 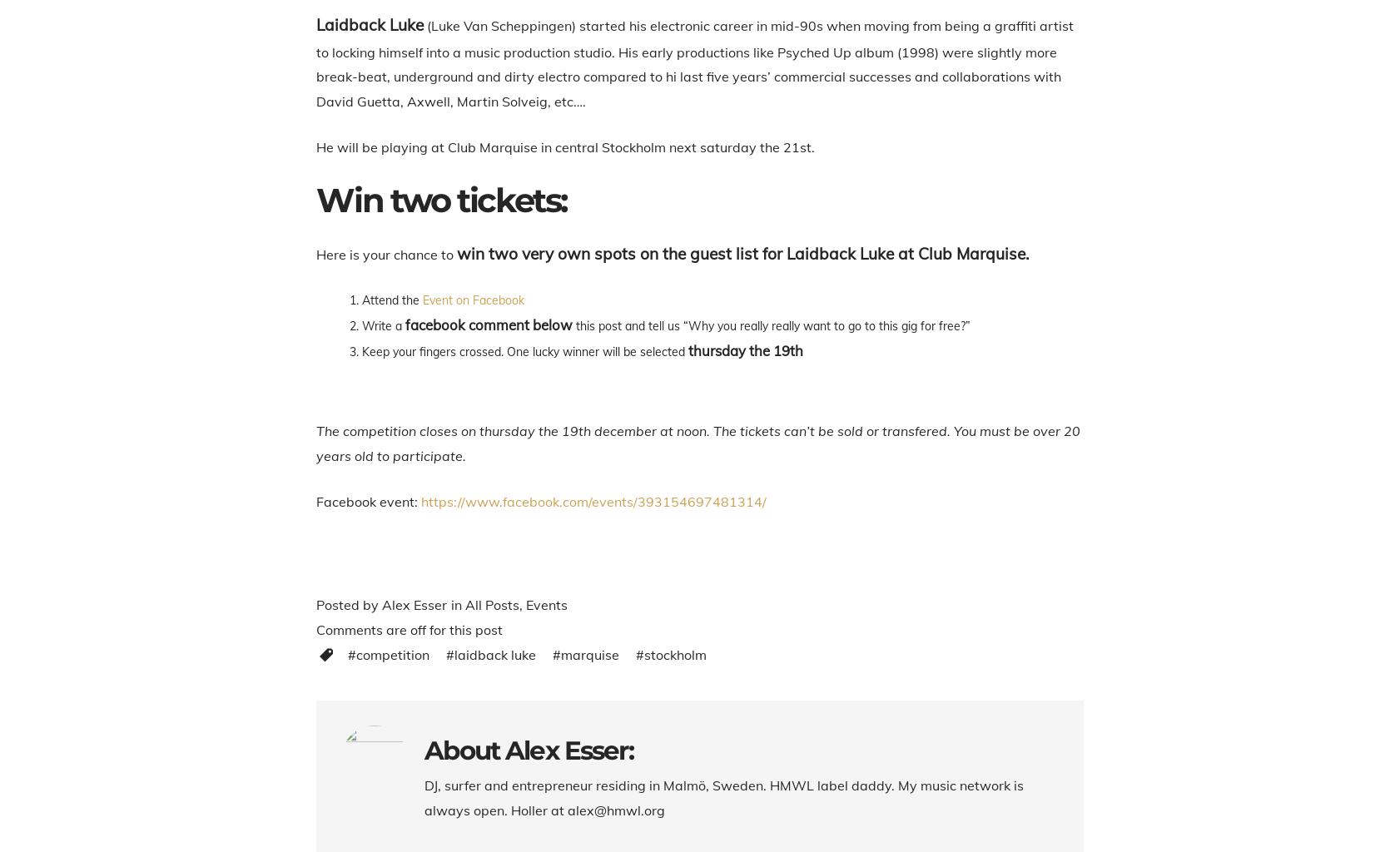 I want to click on '(Luke Van Scheppingen) started his electronic career in mid-90s when moving from being a graffiti artist to locking himself into a music production studio. His early productions like Psyched Up album (1998) were slightly more break-beat, underground and dirty electro compared to hi last five years’ commercial successes and collaborations with David Guetta, Axwell, Martin Solveig, etc….', so click(x=694, y=62).